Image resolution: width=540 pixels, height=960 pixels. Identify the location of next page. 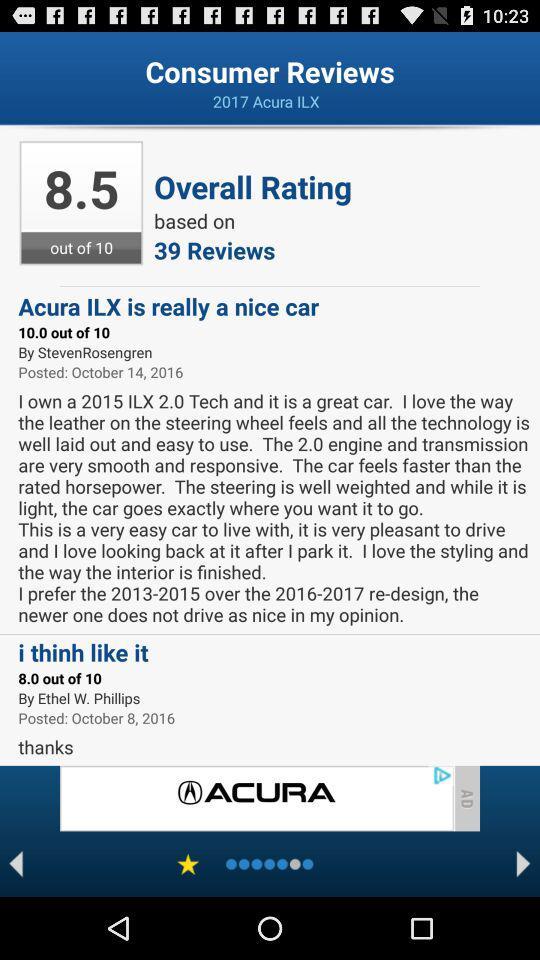
(523, 863).